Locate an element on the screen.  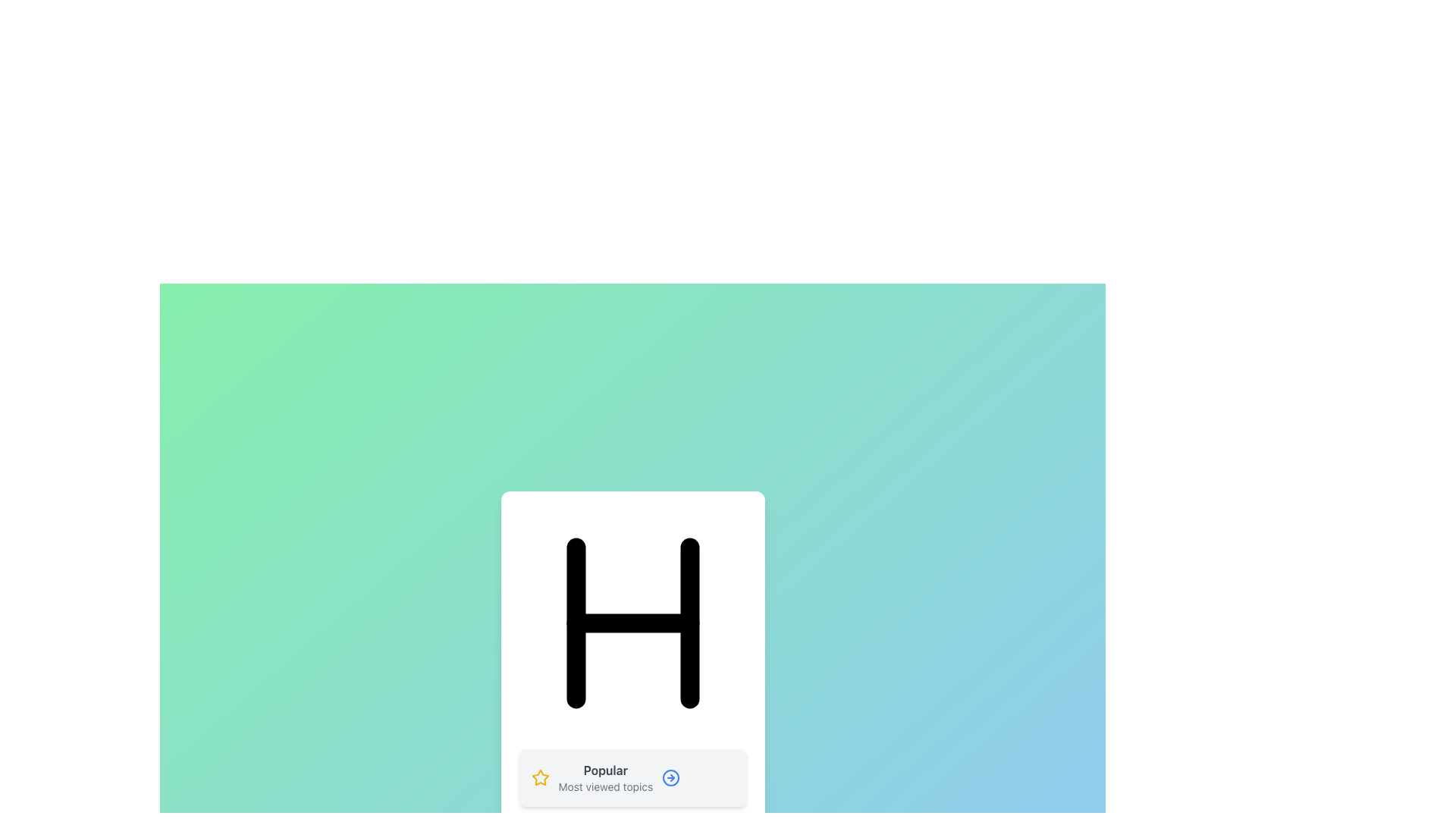
the five-pointed star icon filled with yellow hue, located near the text 'Popular' in the interface, which indicates rating or importance is located at coordinates (540, 777).